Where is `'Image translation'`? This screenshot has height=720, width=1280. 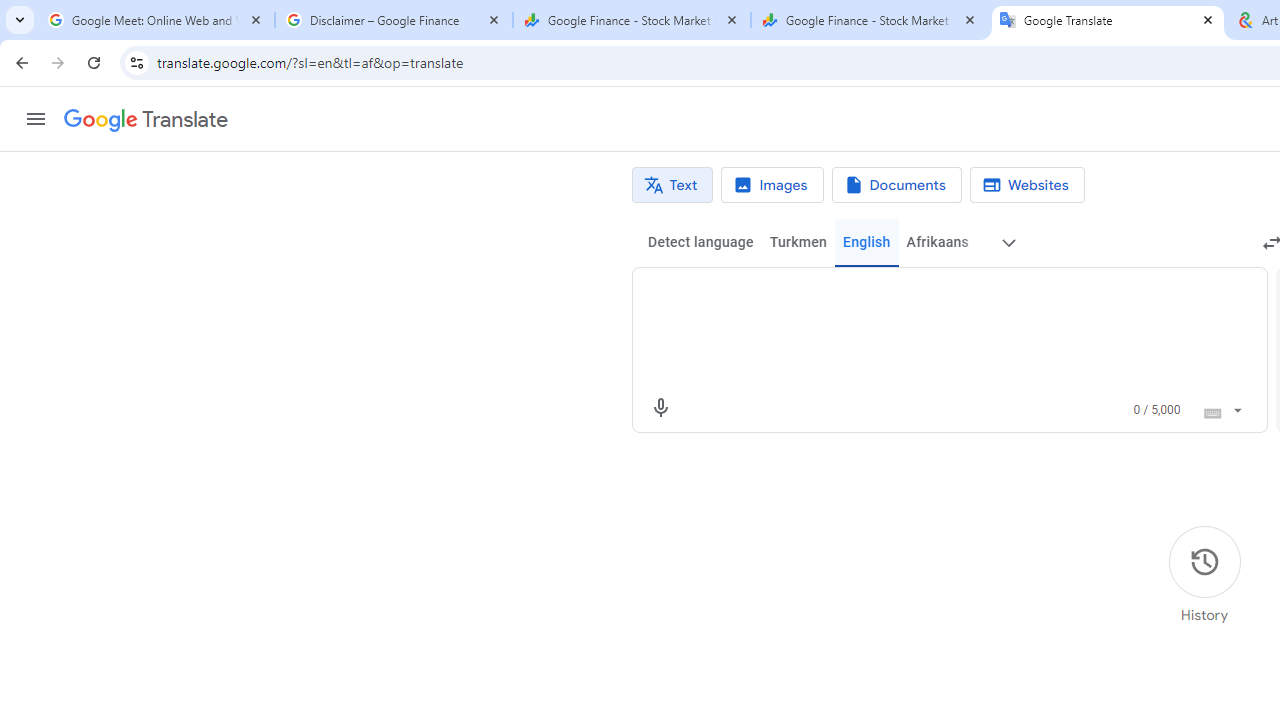 'Image translation' is located at coordinates (771, 185).